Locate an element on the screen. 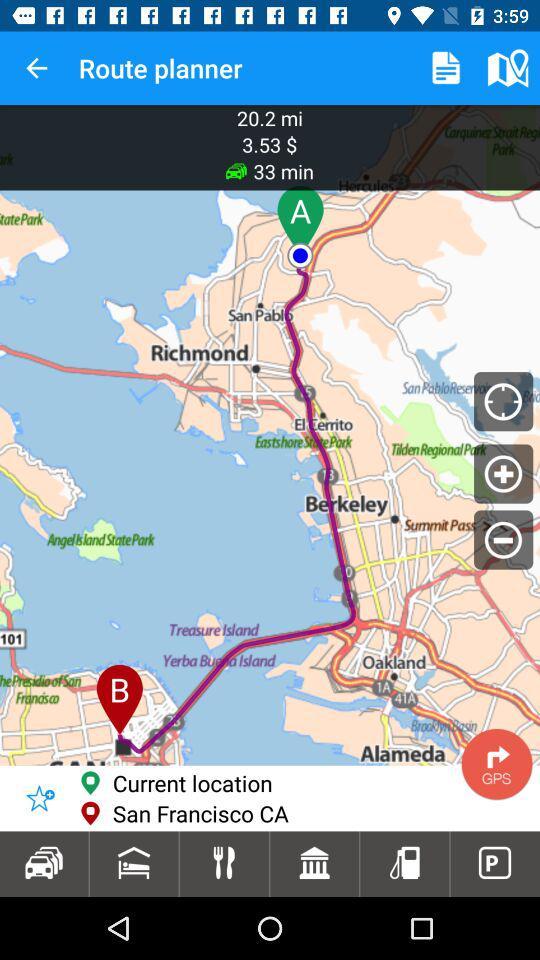 The image size is (540, 960). the font icon is located at coordinates (139, 811).